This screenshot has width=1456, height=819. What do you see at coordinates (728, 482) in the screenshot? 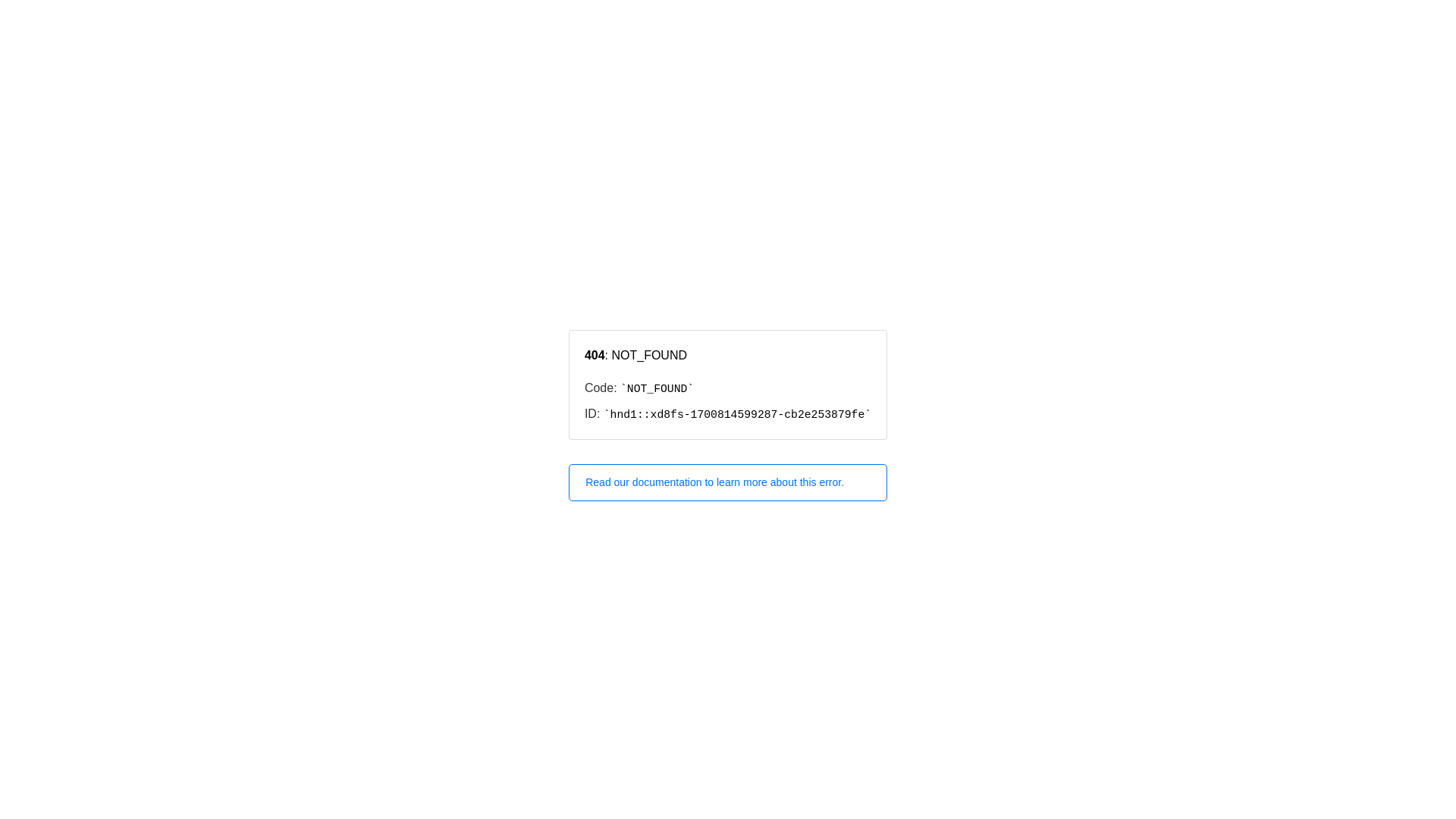
I see `'Read our documentation to learn more about this error.'` at bounding box center [728, 482].